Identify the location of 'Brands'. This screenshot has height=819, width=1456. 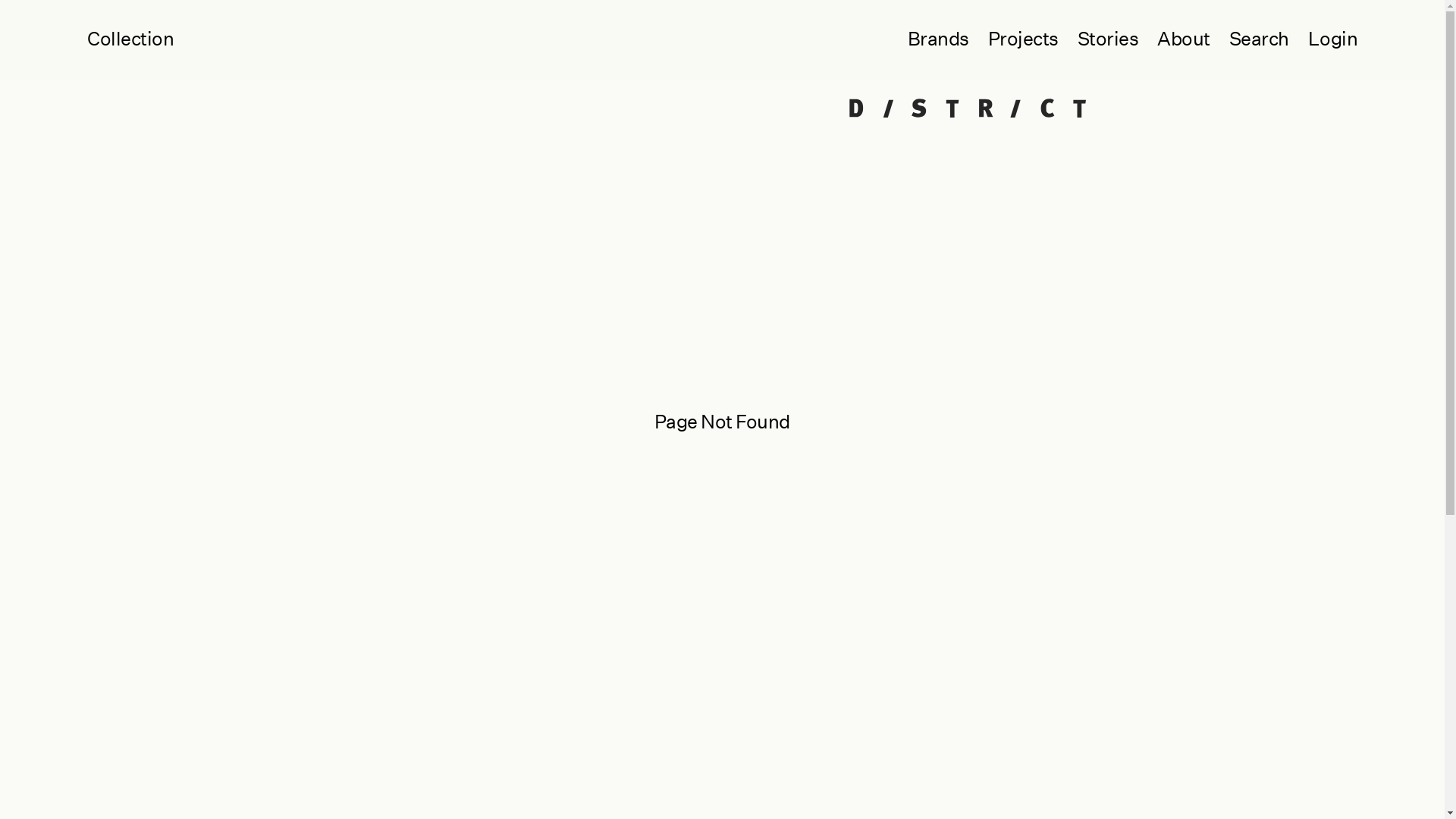
(888, 38).